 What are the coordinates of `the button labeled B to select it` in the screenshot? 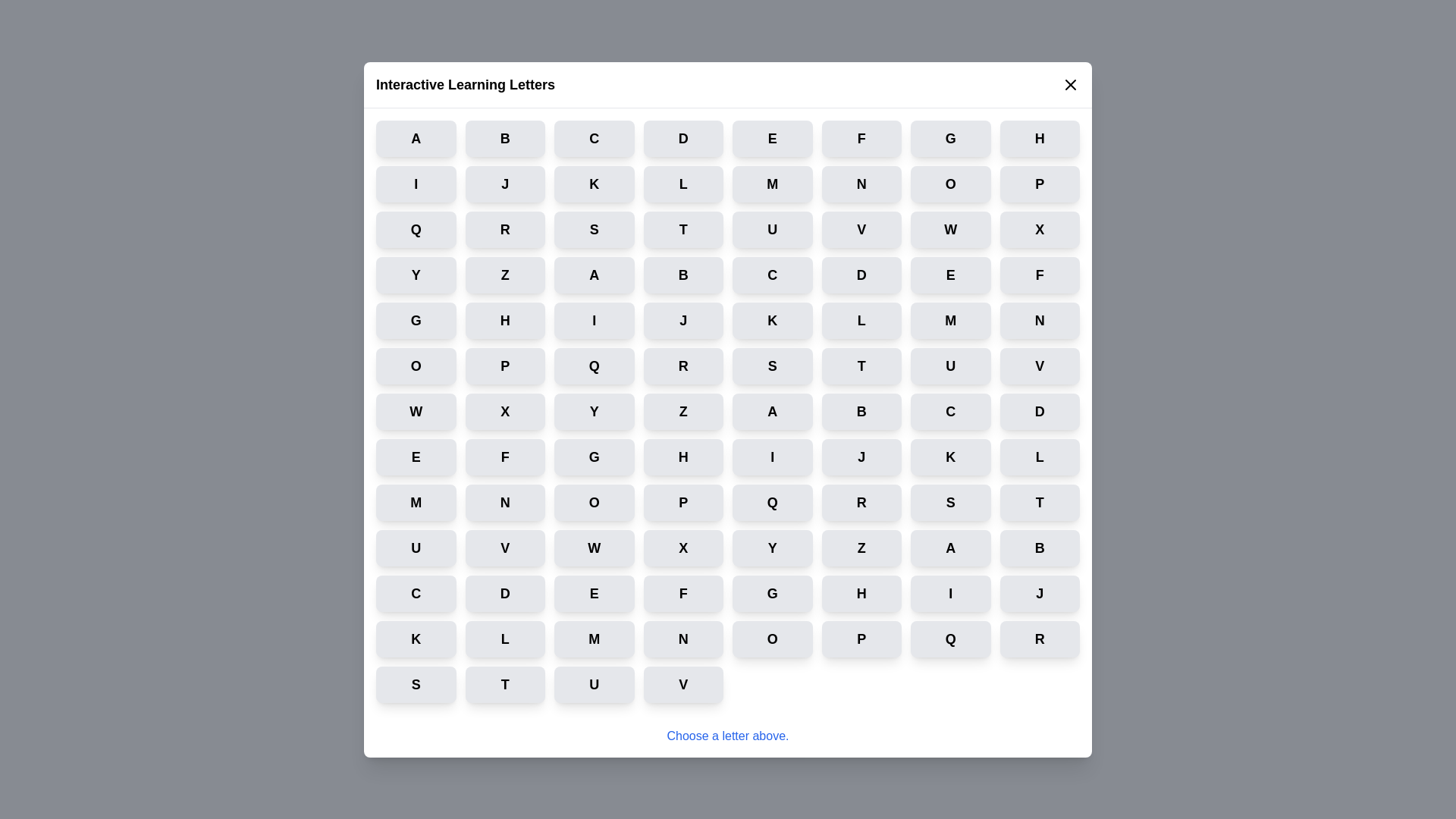 It's located at (505, 138).